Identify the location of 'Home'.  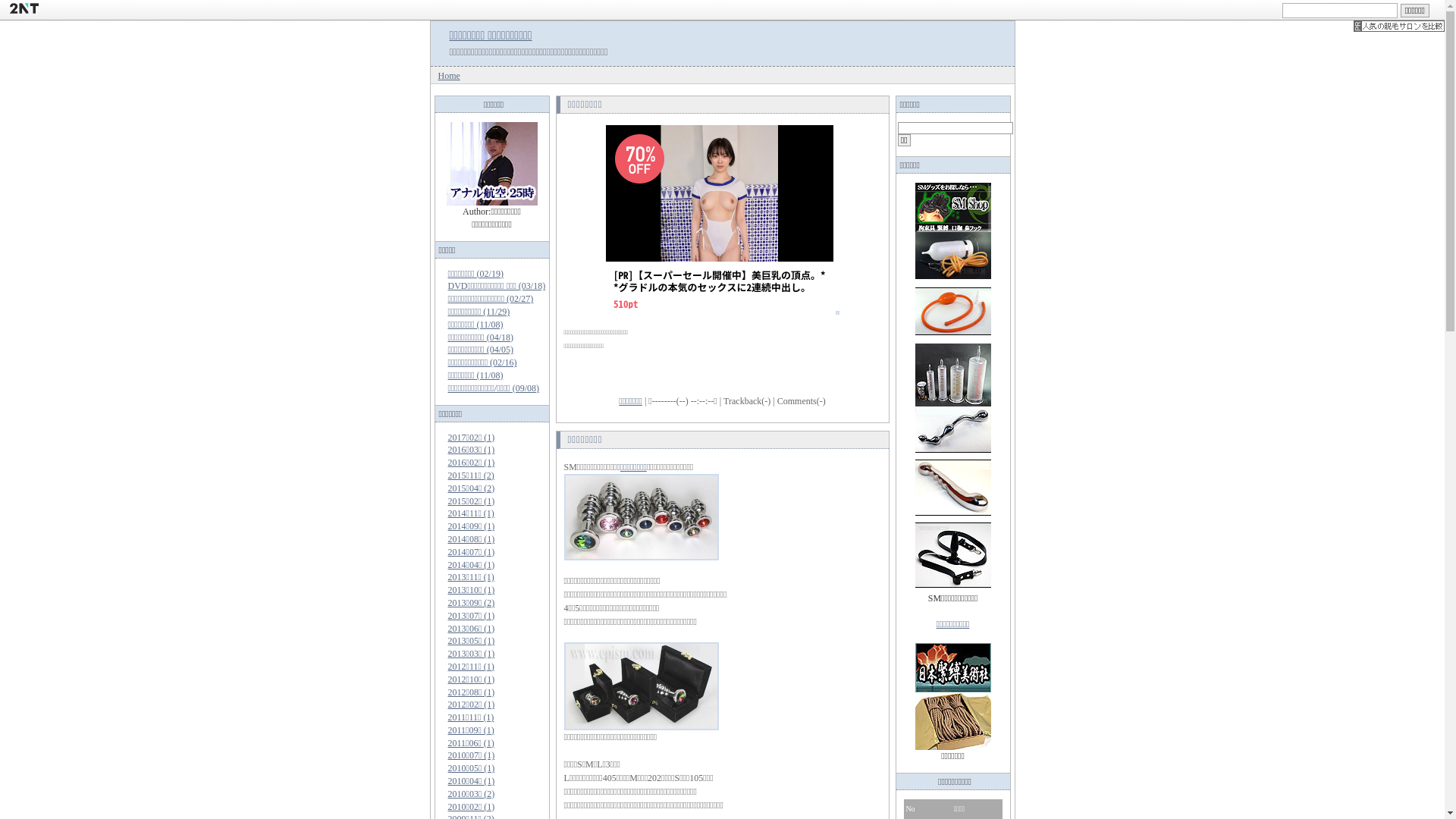
(448, 76).